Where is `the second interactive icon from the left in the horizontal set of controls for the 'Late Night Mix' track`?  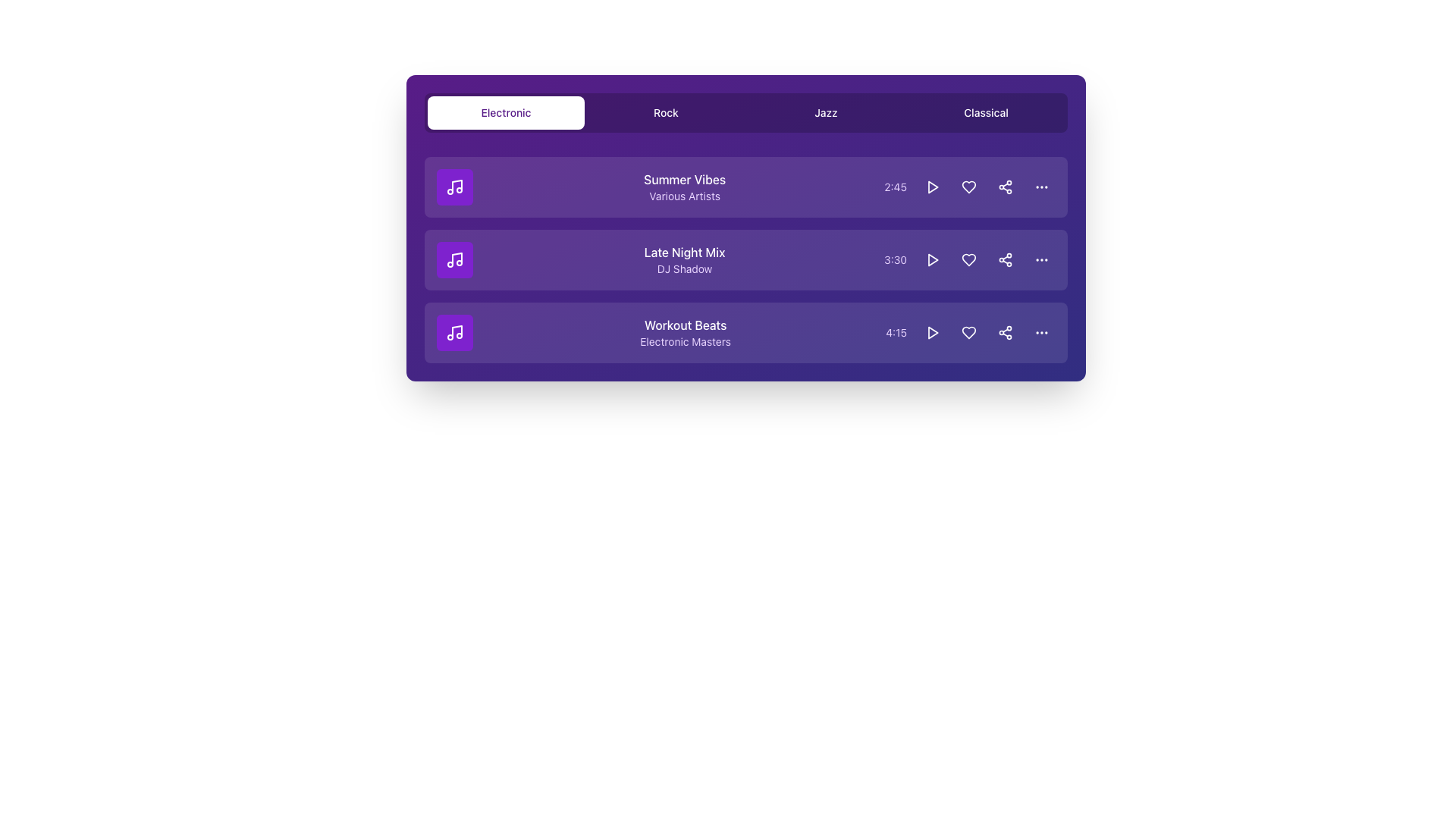
the second interactive icon from the left in the horizontal set of controls for the 'Late Night Mix' track is located at coordinates (968, 259).